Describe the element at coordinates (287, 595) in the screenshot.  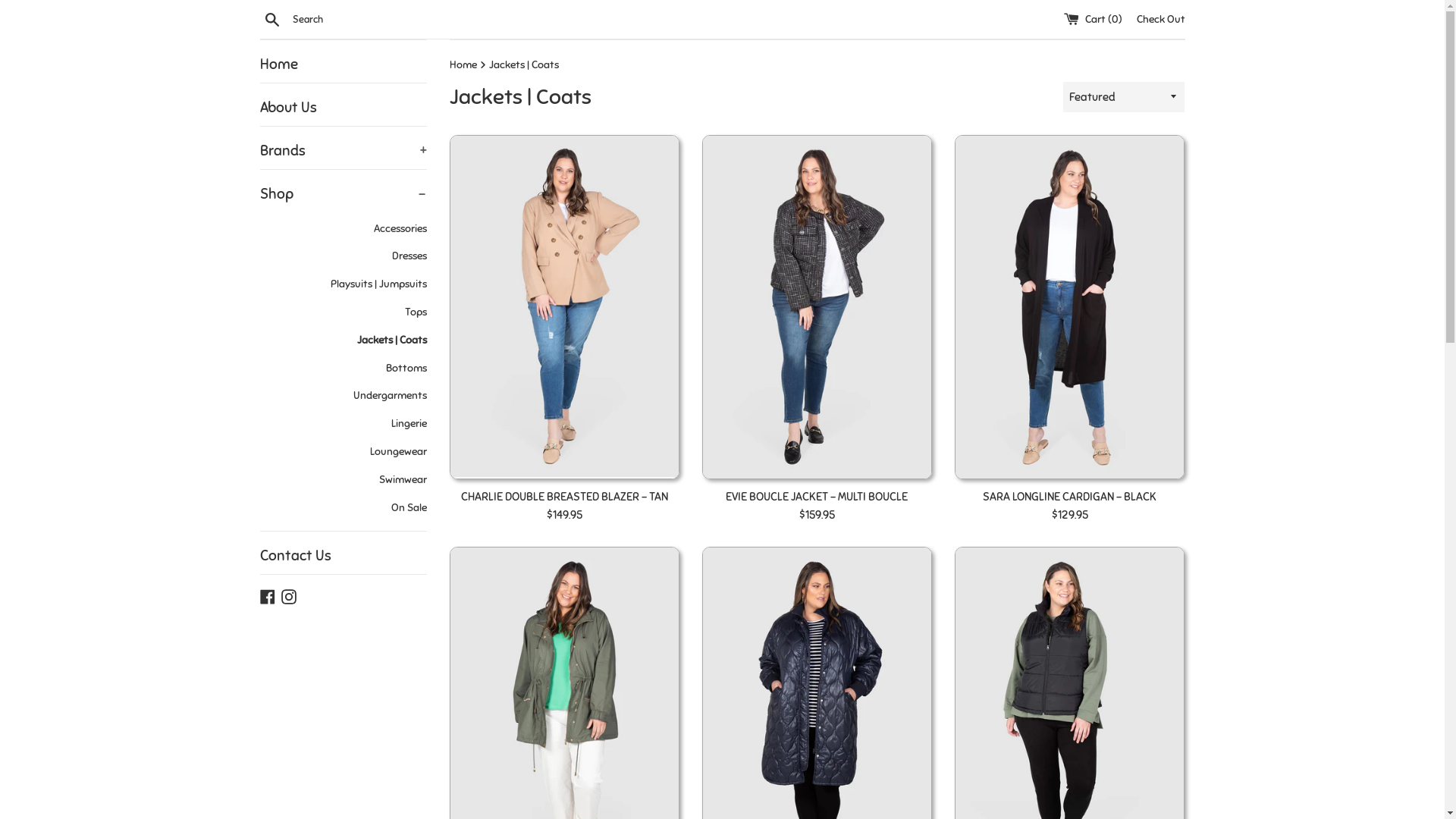
I see `'Instagram'` at that location.